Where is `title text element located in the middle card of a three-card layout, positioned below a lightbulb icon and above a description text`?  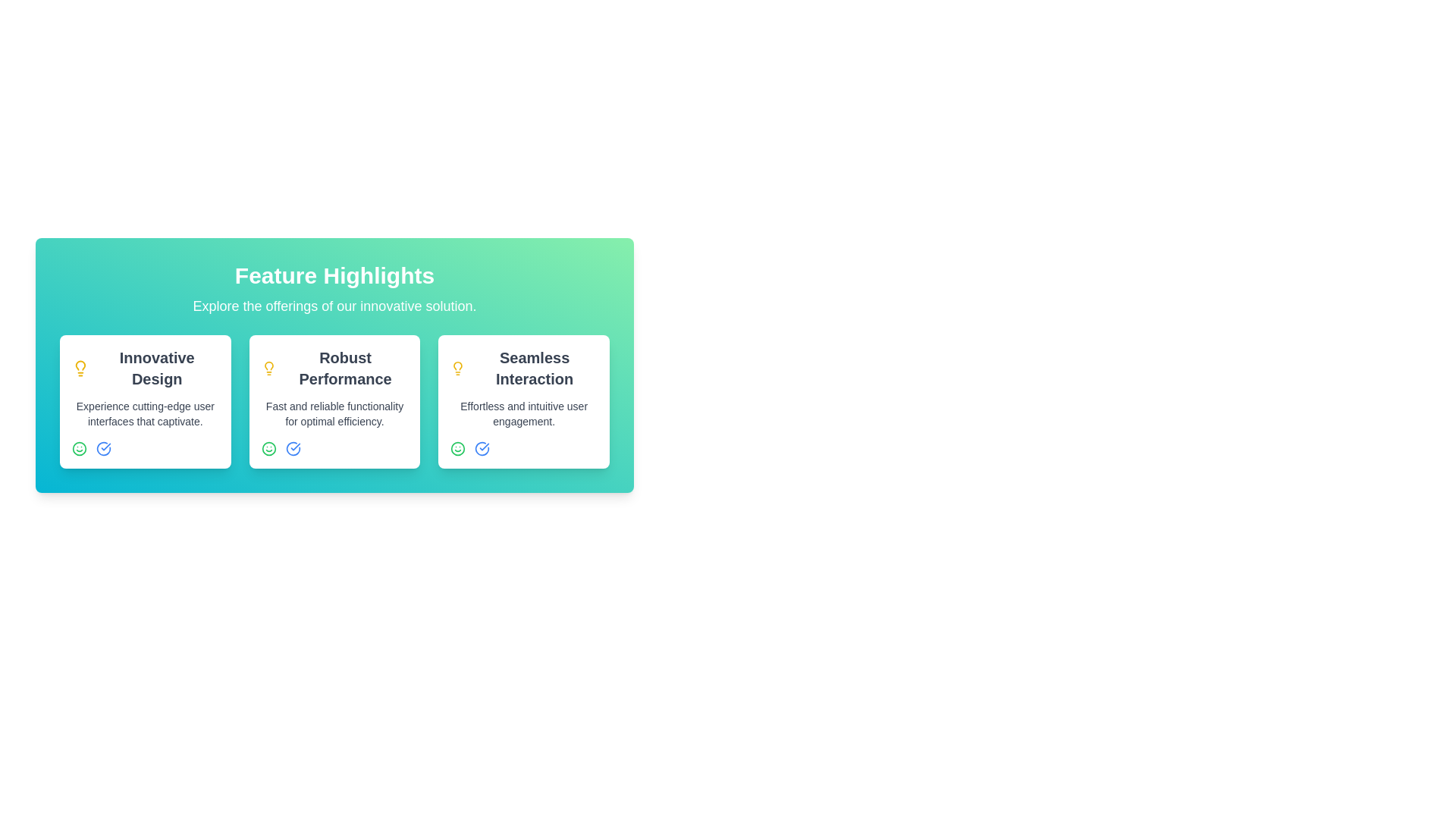 title text element located in the middle card of a three-card layout, positioned below a lightbulb icon and above a description text is located at coordinates (344, 369).